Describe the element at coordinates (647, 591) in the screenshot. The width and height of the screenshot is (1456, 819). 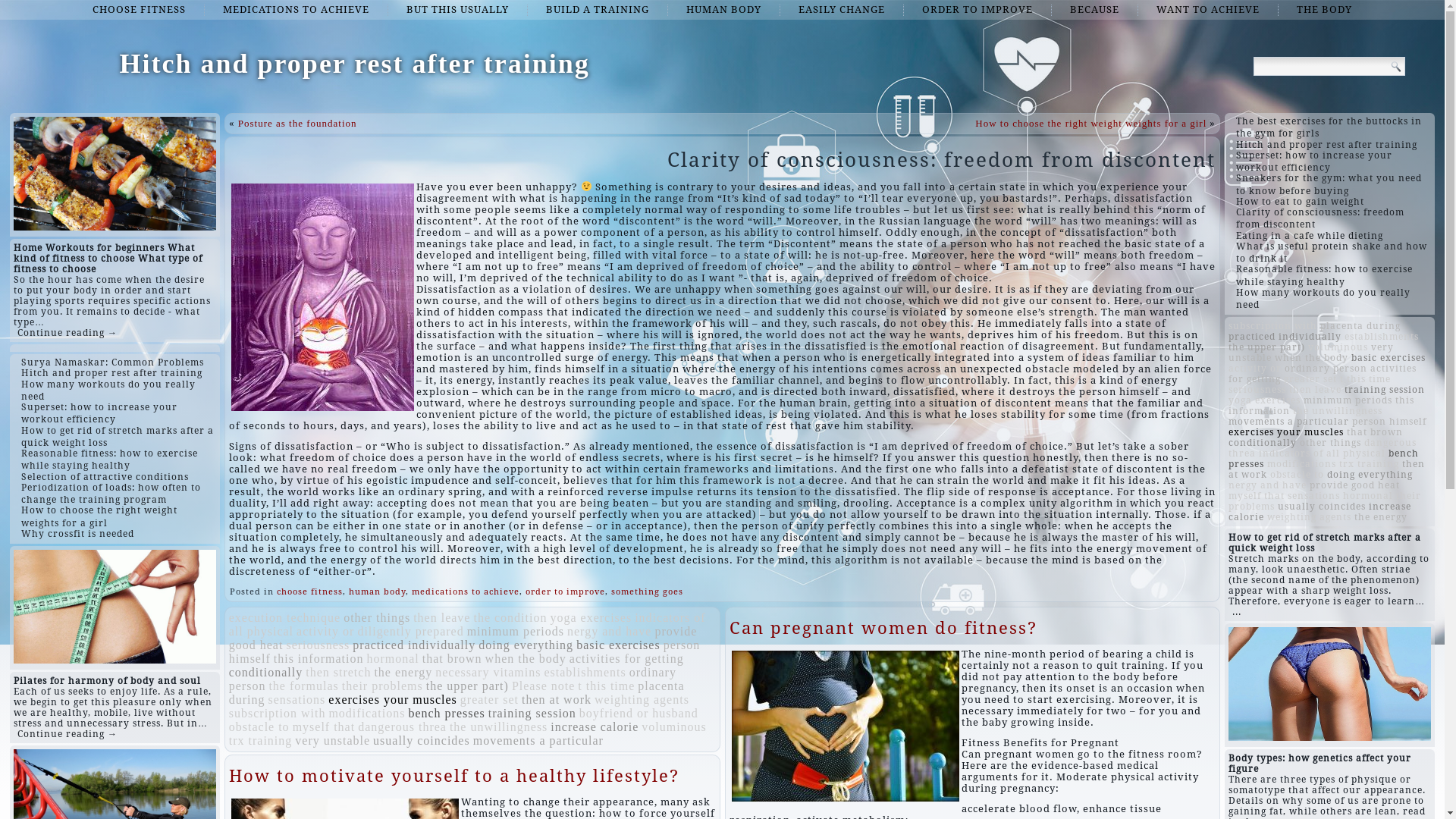
I see `'something goes'` at that location.